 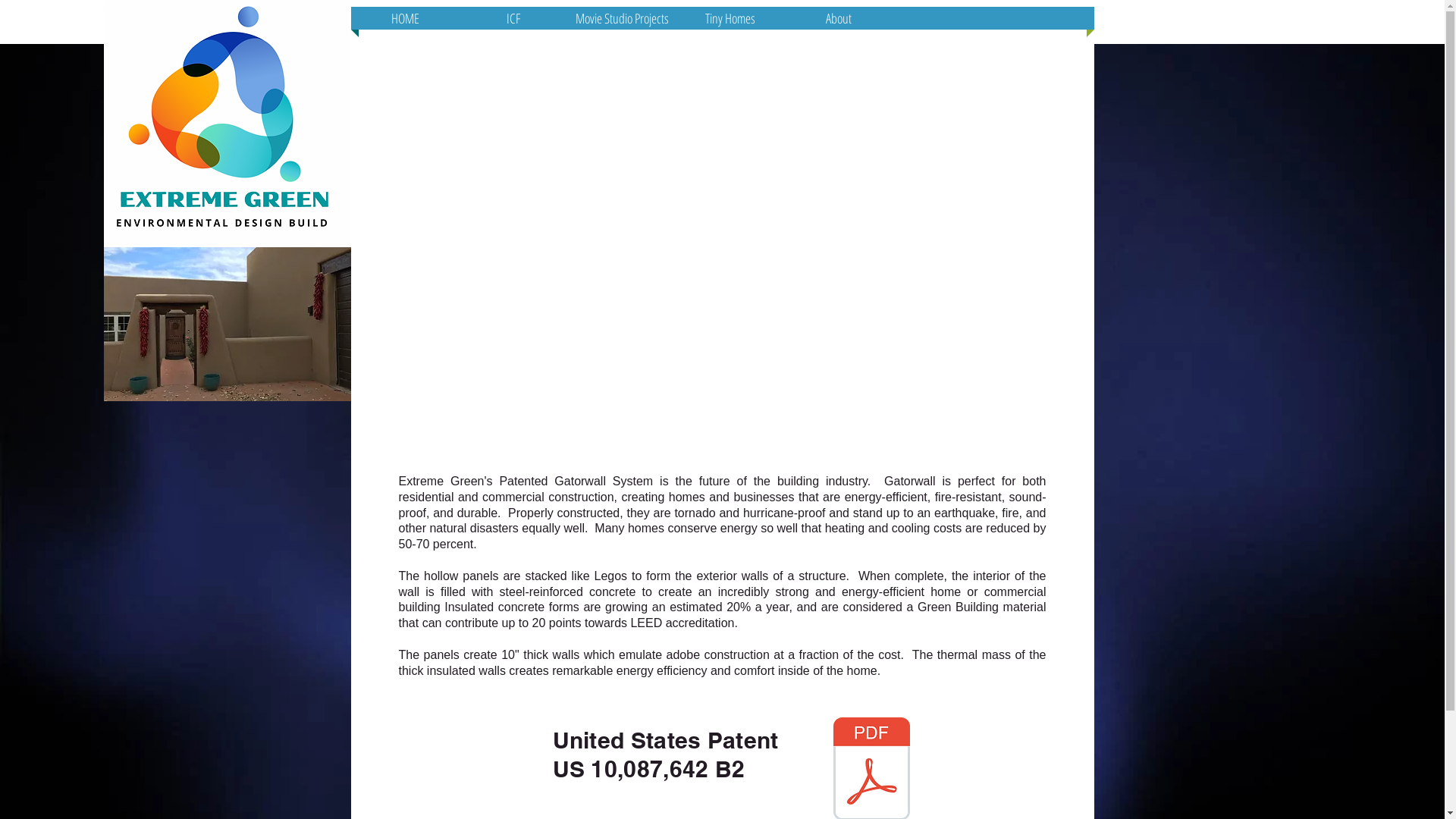 I want to click on 'About', so click(x=837, y=17).